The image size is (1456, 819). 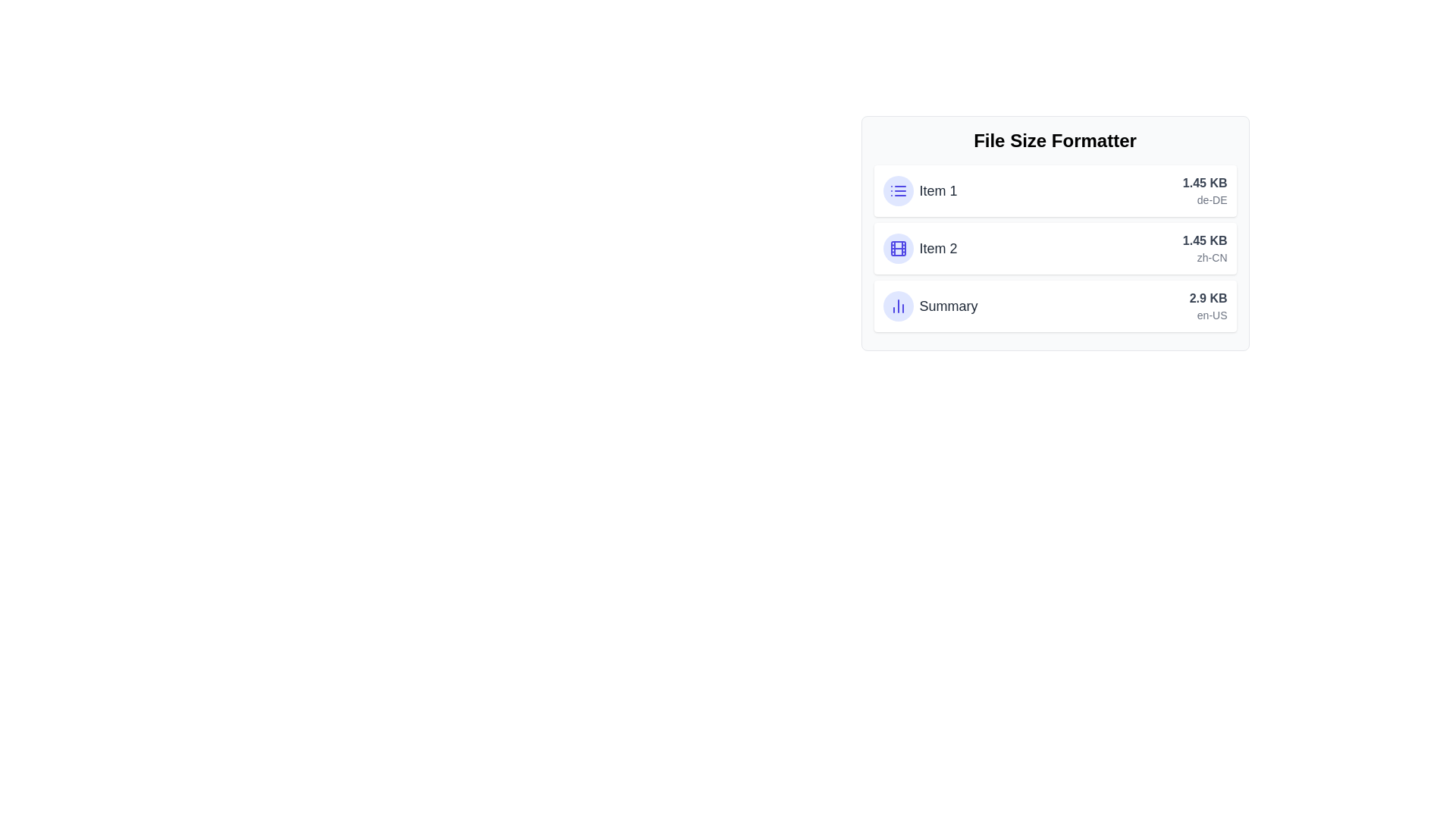 I want to click on contents of the text display showing '2.9 KB' in bold with 'en-US' underneath, located on the right side of the layout, aligned with the 'Summary' label, so click(x=1207, y=306).